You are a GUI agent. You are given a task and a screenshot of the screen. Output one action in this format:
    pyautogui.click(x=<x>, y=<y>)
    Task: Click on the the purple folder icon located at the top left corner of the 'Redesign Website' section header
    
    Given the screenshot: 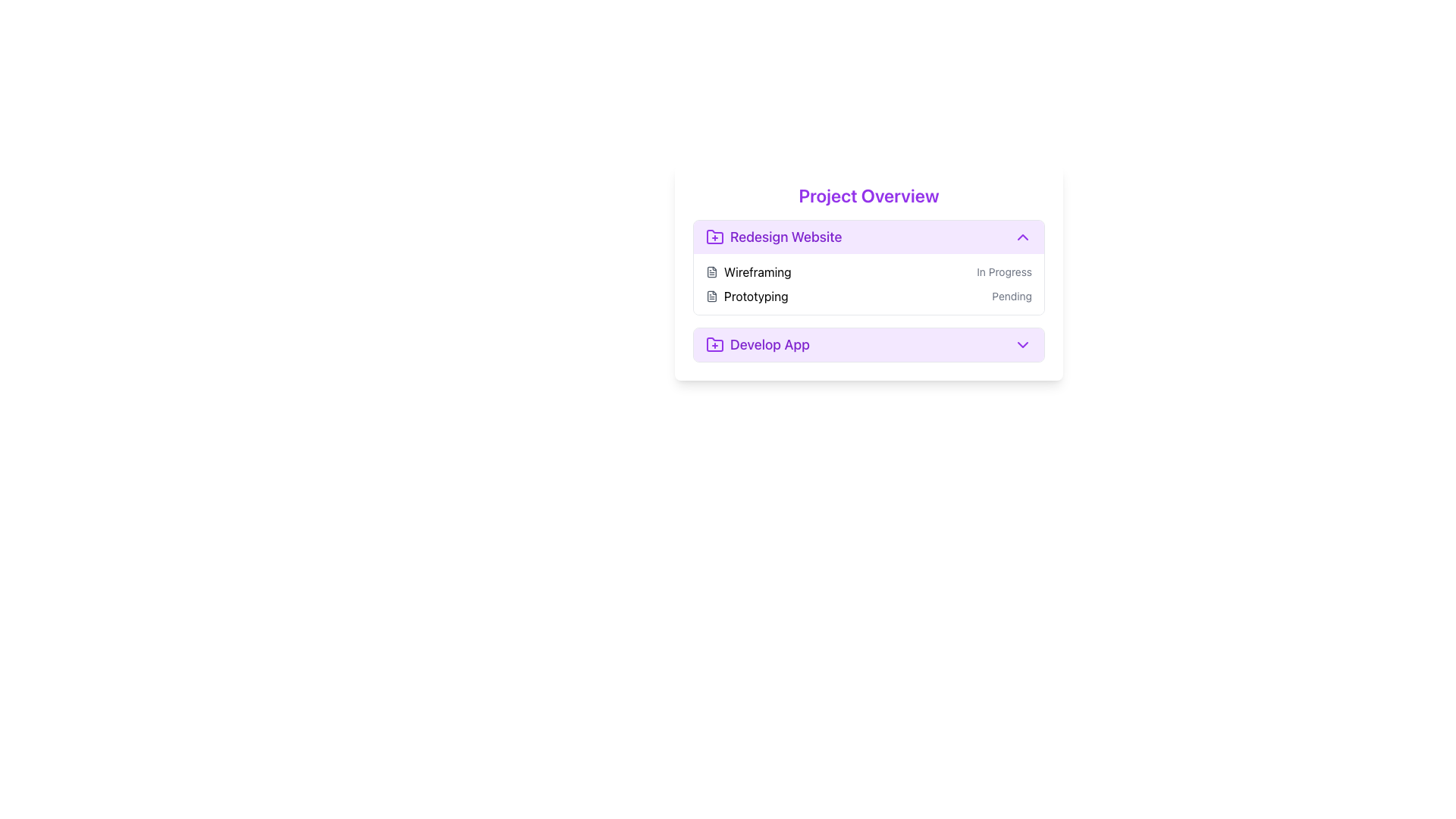 What is the action you would take?
    pyautogui.click(x=714, y=237)
    